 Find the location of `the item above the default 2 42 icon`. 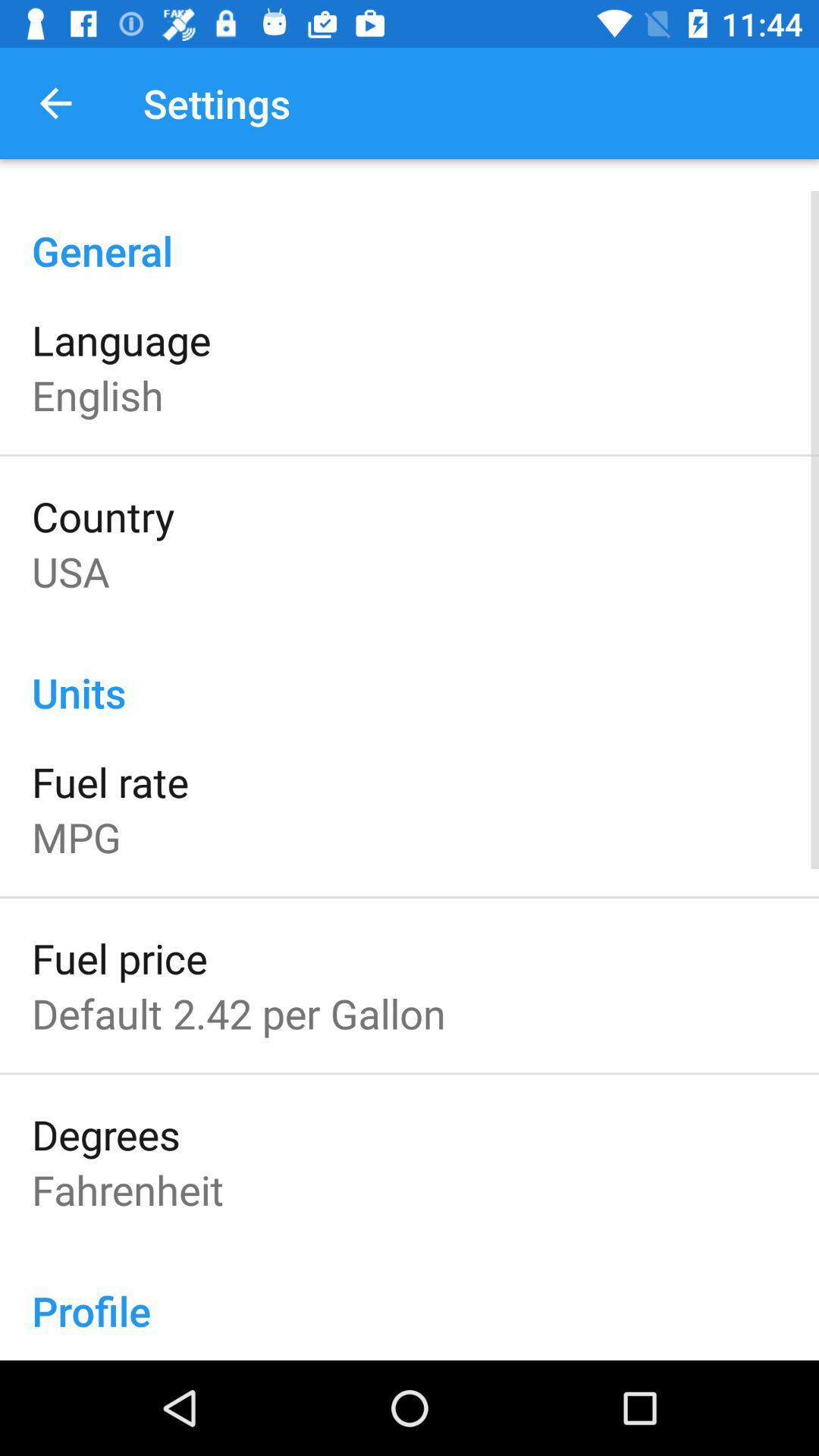

the item above the default 2 42 icon is located at coordinates (118, 957).